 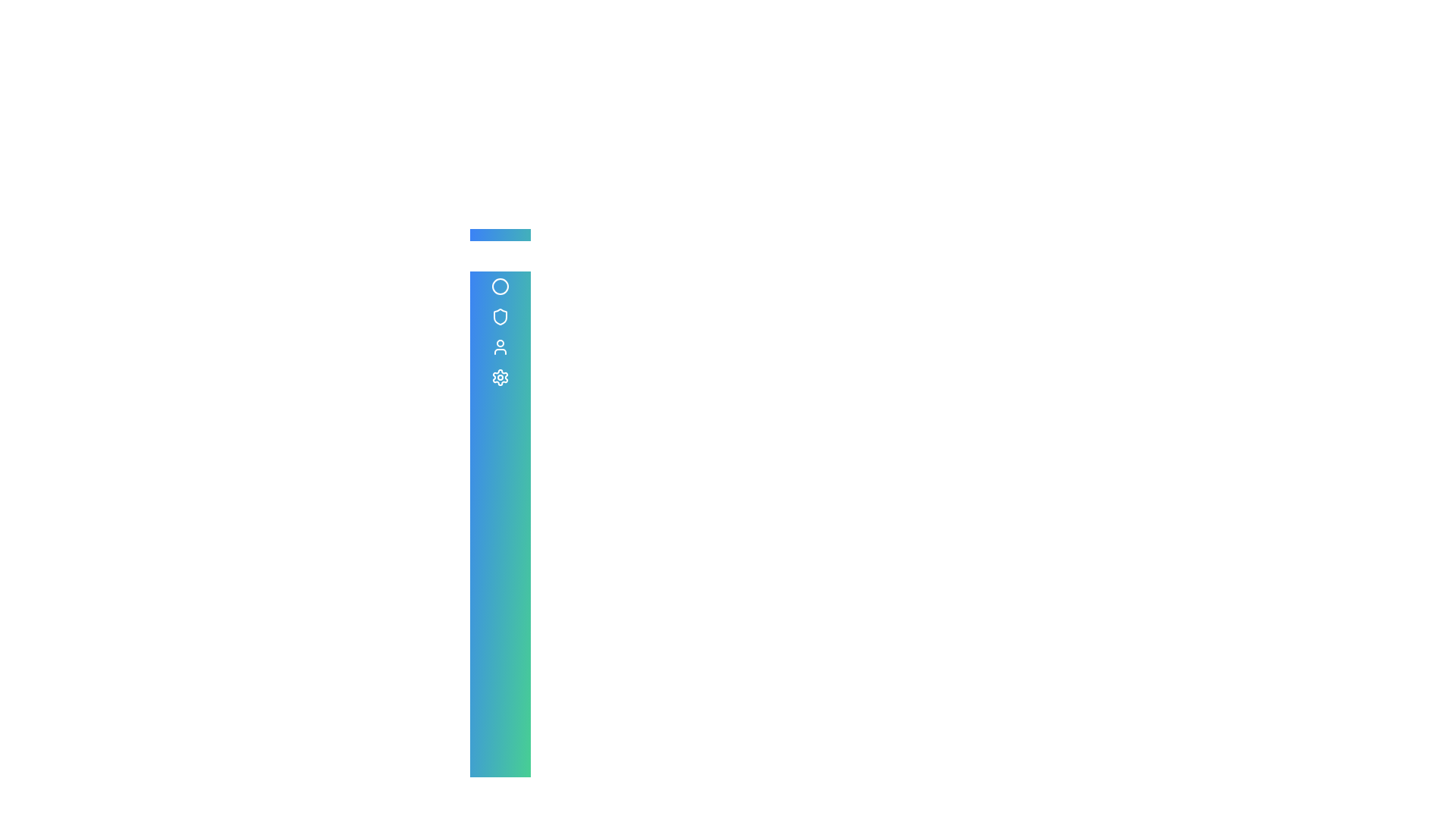 What do you see at coordinates (500, 347) in the screenshot?
I see `the user icon button, which is the fourth button from the top in a vertical stack on a gradient background side panel, to trigger tooltips or visual feedback` at bounding box center [500, 347].